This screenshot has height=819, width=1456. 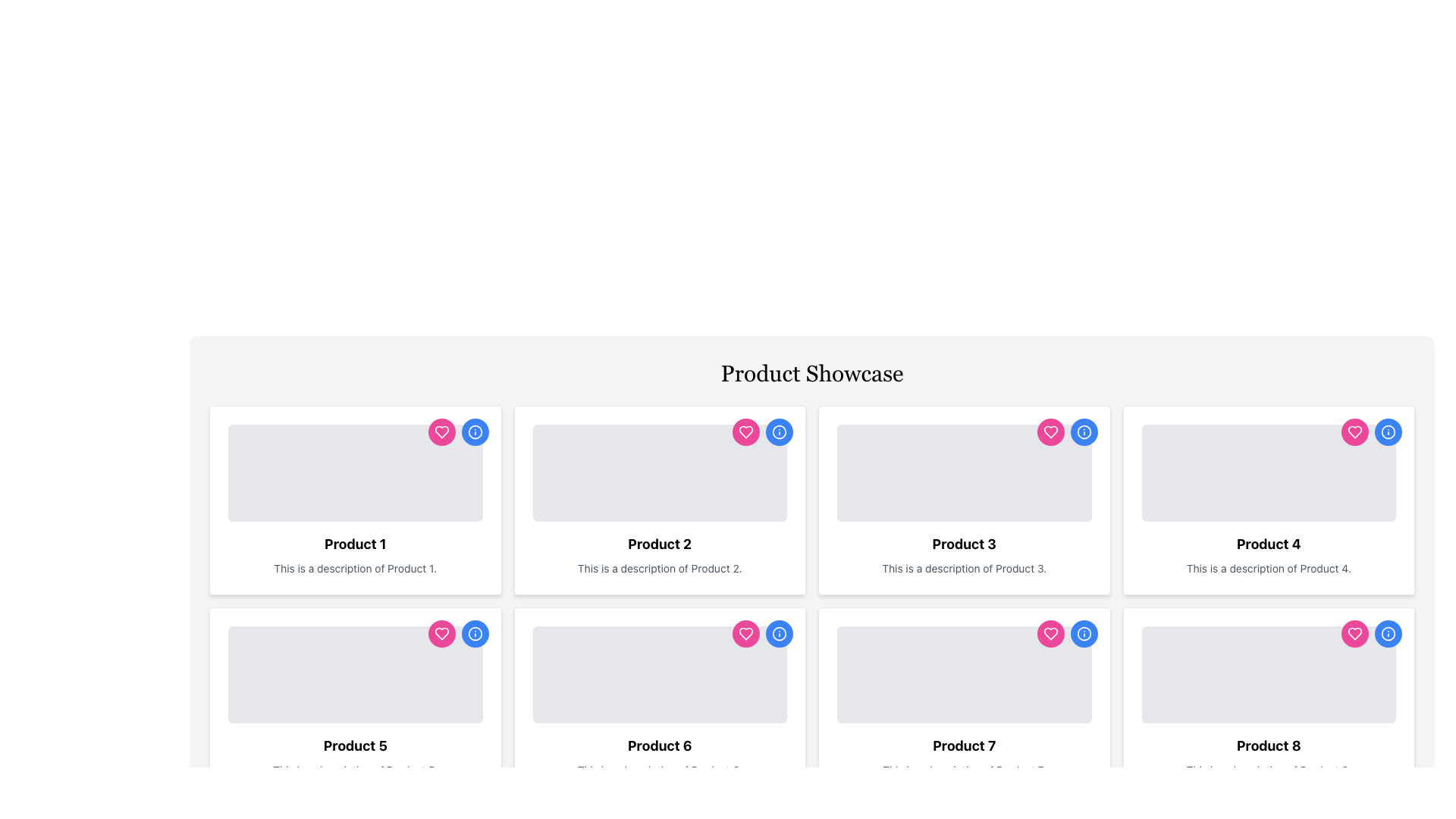 What do you see at coordinates (779, 432) in the screenshot?
I see `the circular blue button with an information icon located at the top-right corner of the 'Product 2' card` at bounding box center [779, 432].